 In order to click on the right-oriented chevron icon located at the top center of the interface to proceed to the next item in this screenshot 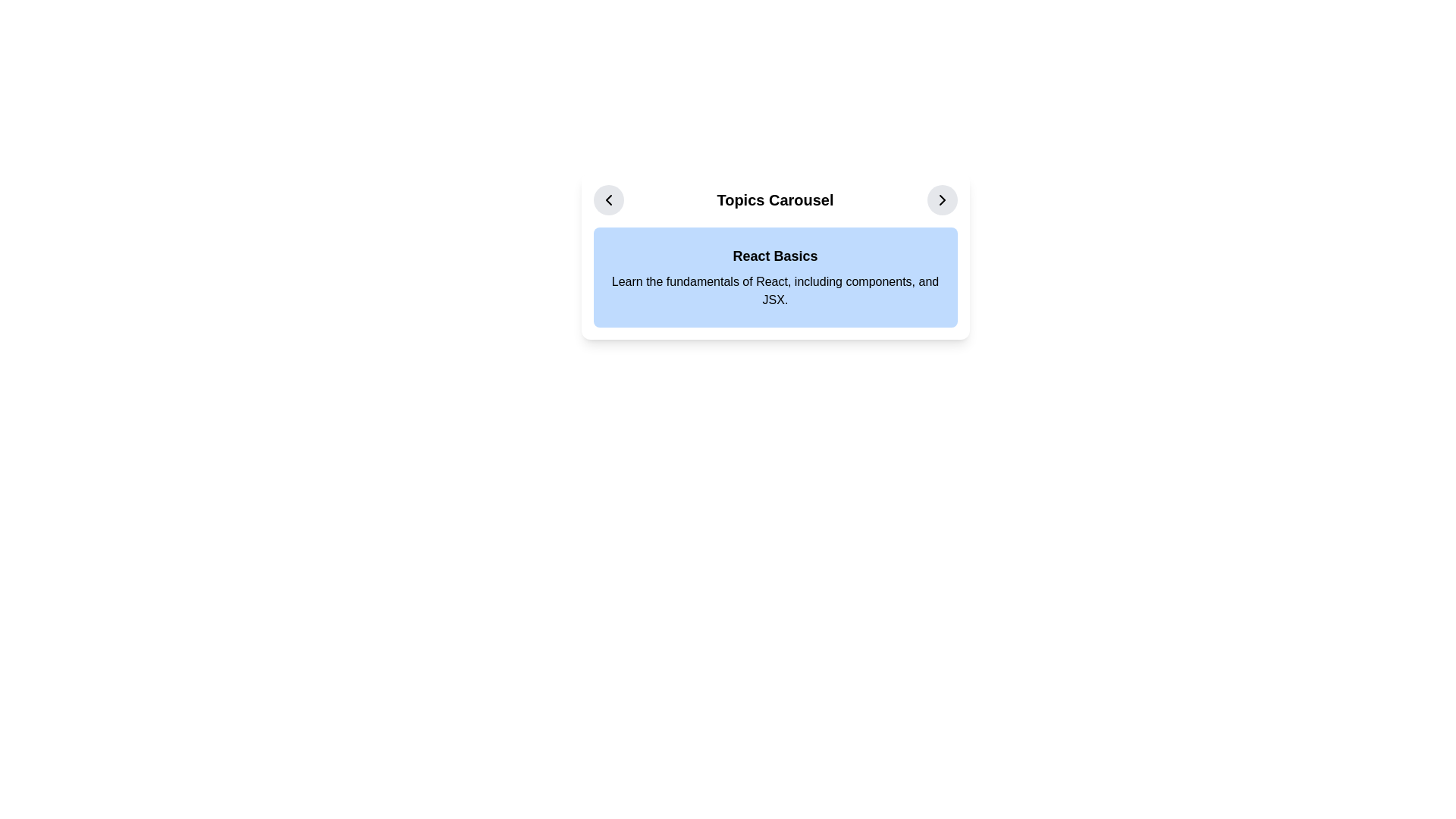, I will do `click(941, 199)`.